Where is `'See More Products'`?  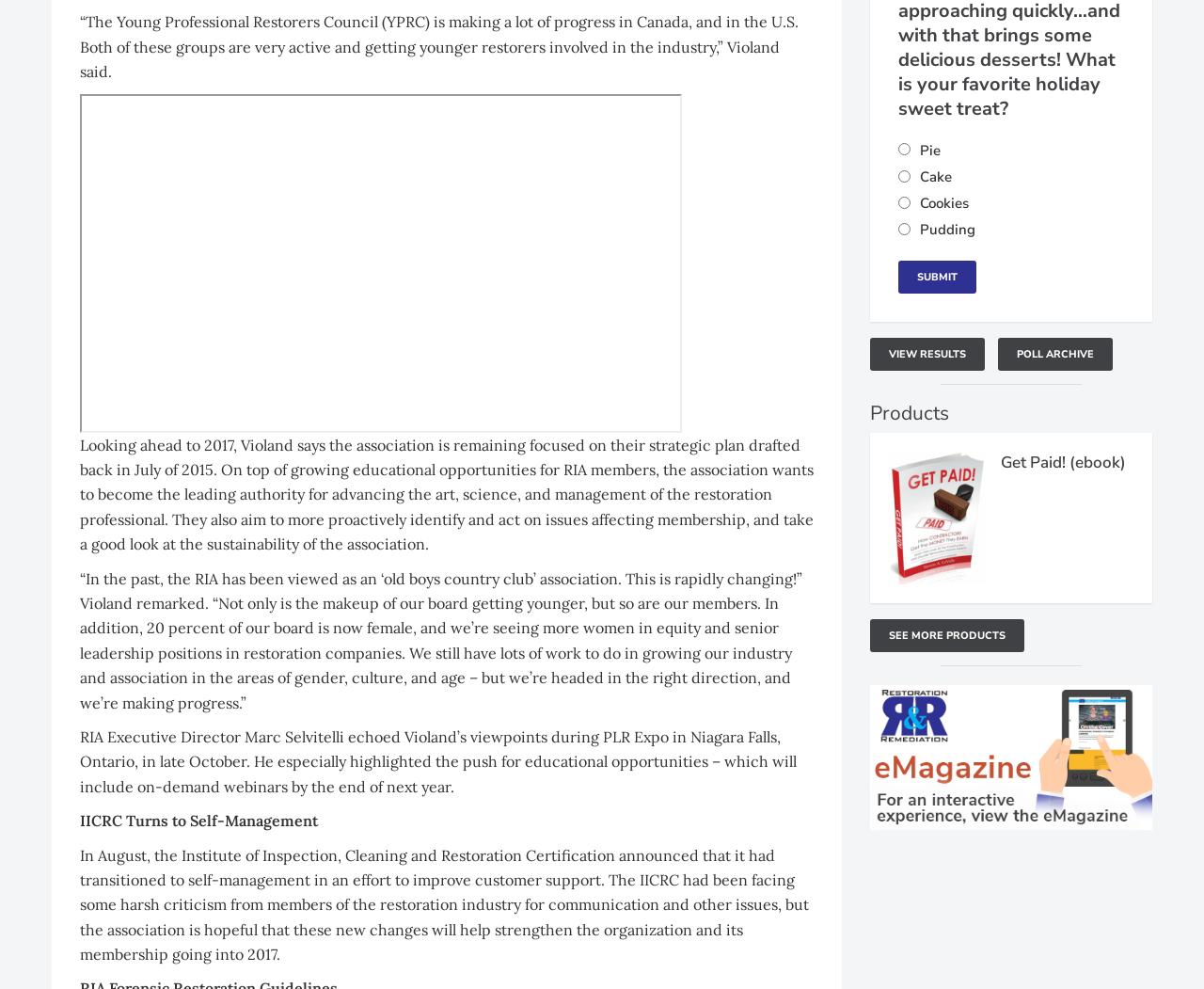 'See More Products' is located at coordinates (946, 635).